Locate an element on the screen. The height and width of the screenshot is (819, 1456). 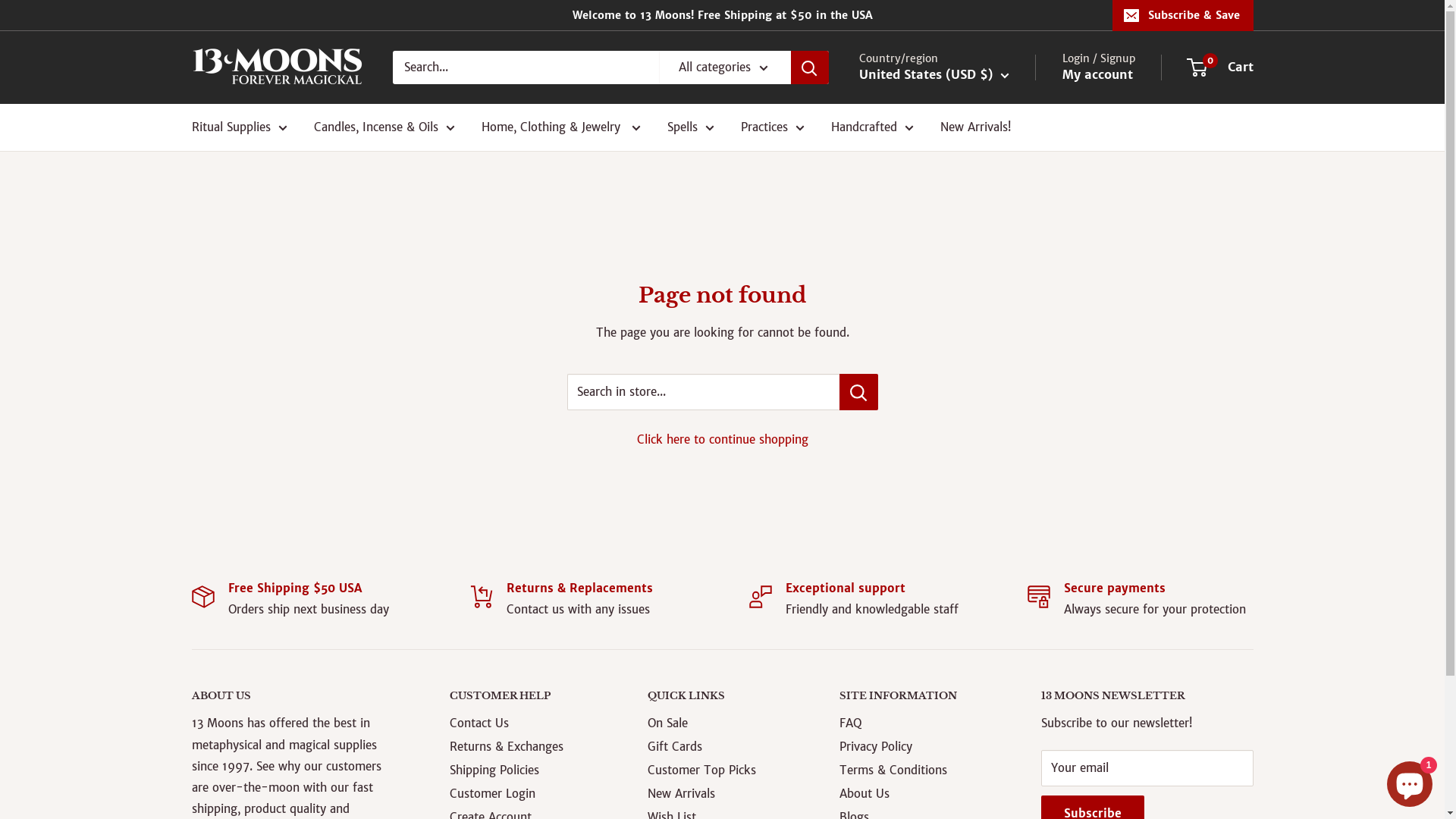
'Handcrafted' is located at coordinates (872, 127).